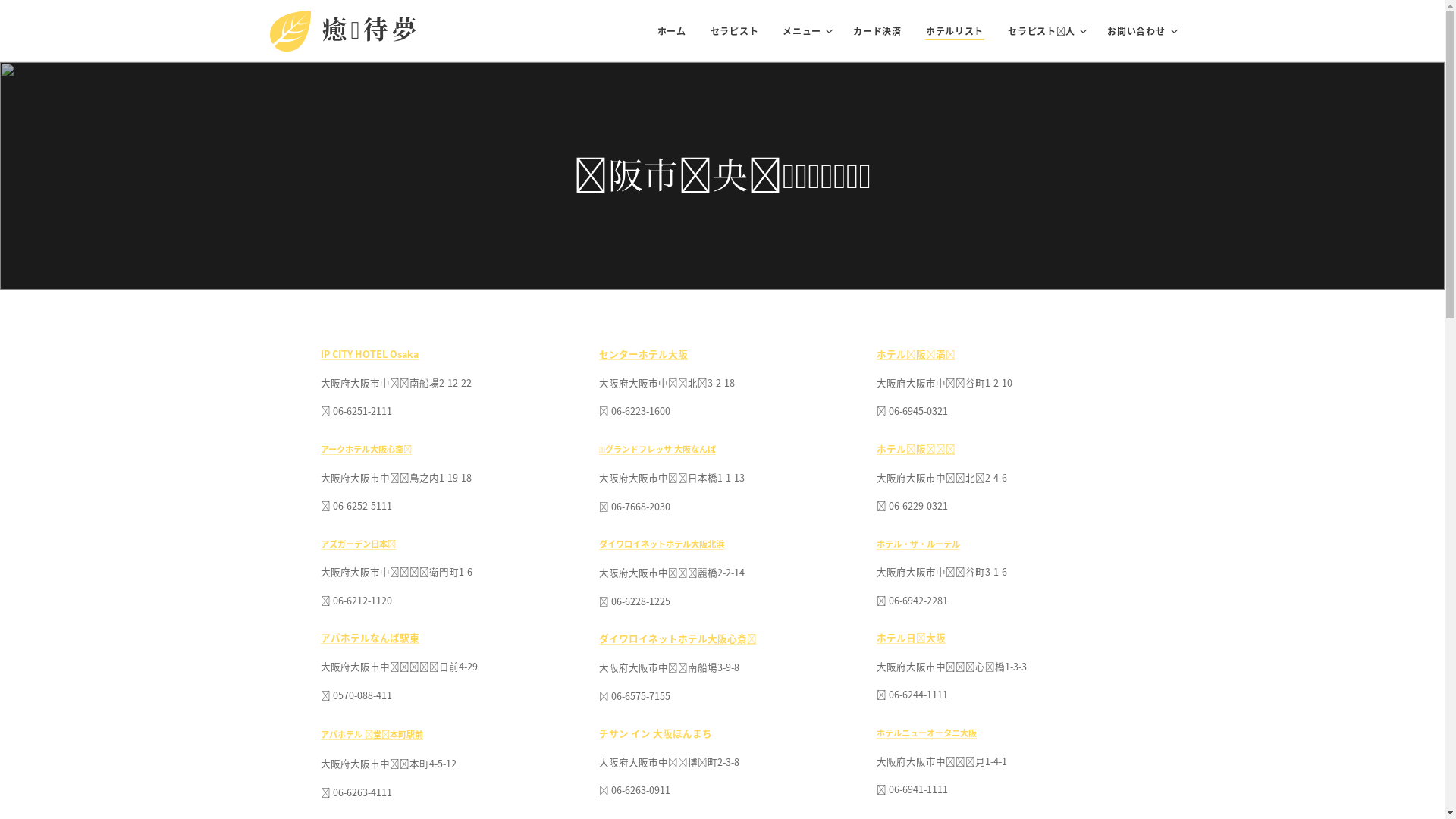 Image resolution: width=1456 pixels, height=819 pixels. Describe the element at coordinates (369, 353) in the screenshot. I see `'IP CITY HOTEL Osaka'` at that location.